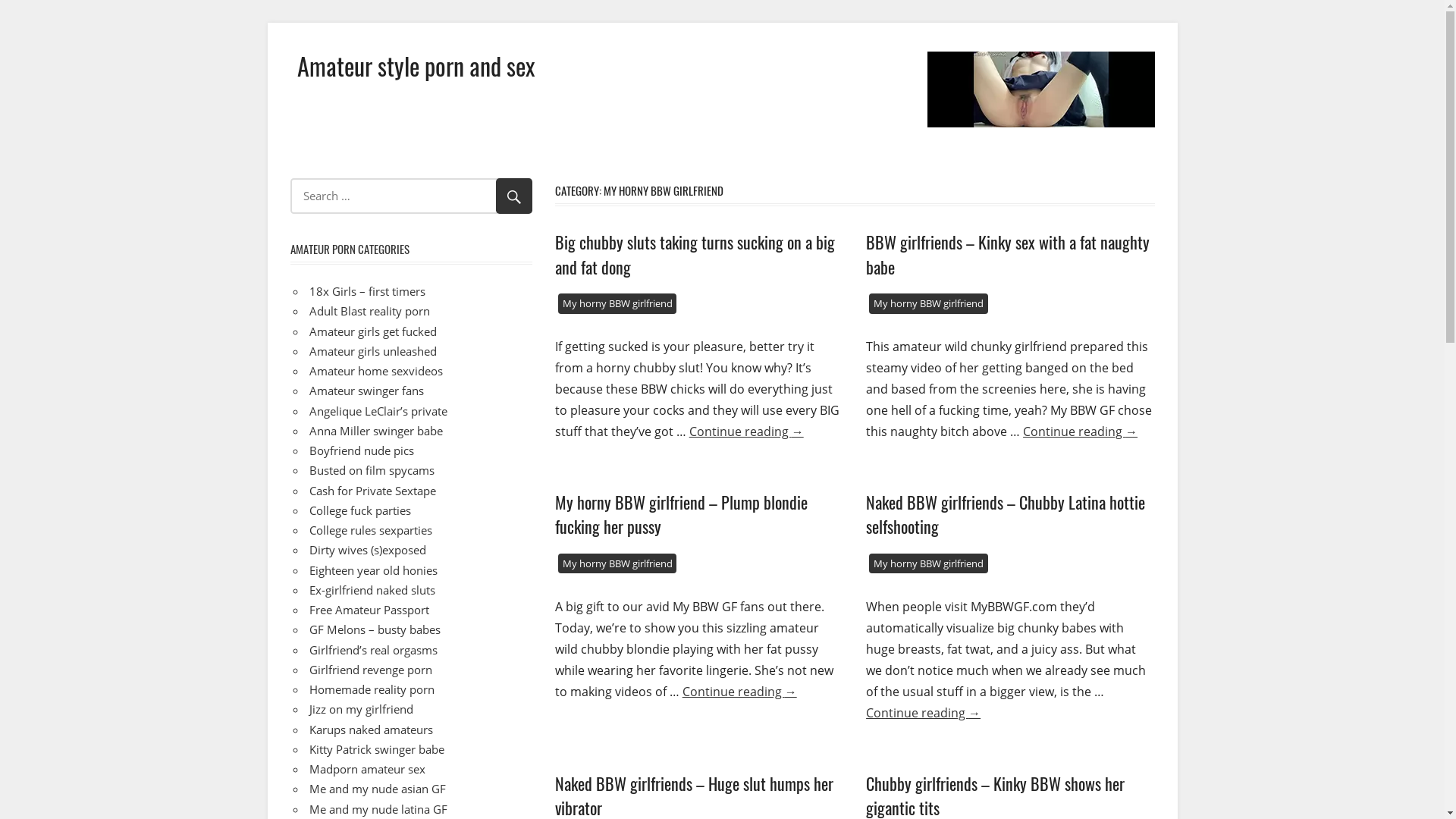  I want to click on 'Amateur girls get fucked', so click(372, 329).